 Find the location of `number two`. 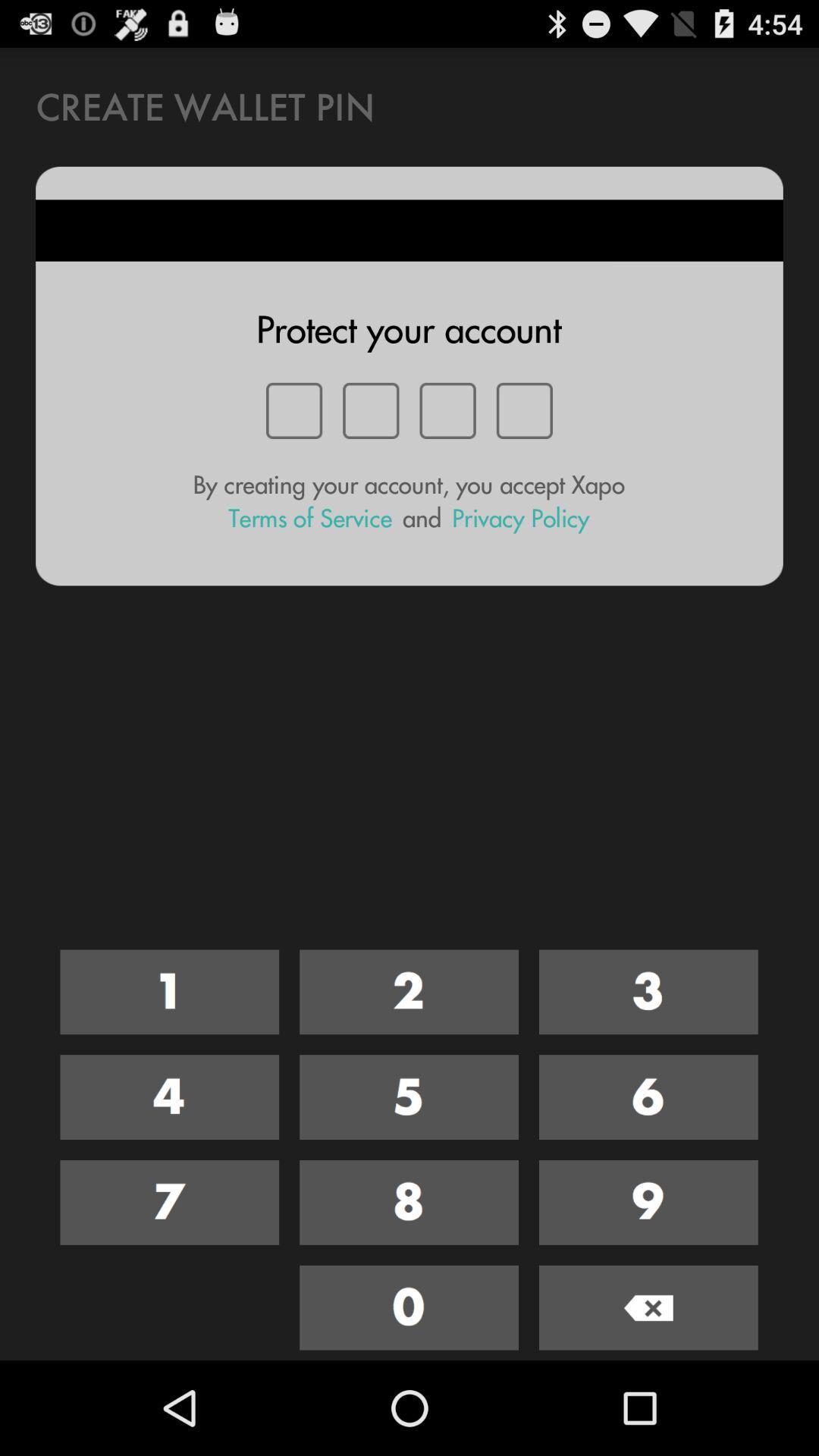

number two is located at coordinates (408, 992).